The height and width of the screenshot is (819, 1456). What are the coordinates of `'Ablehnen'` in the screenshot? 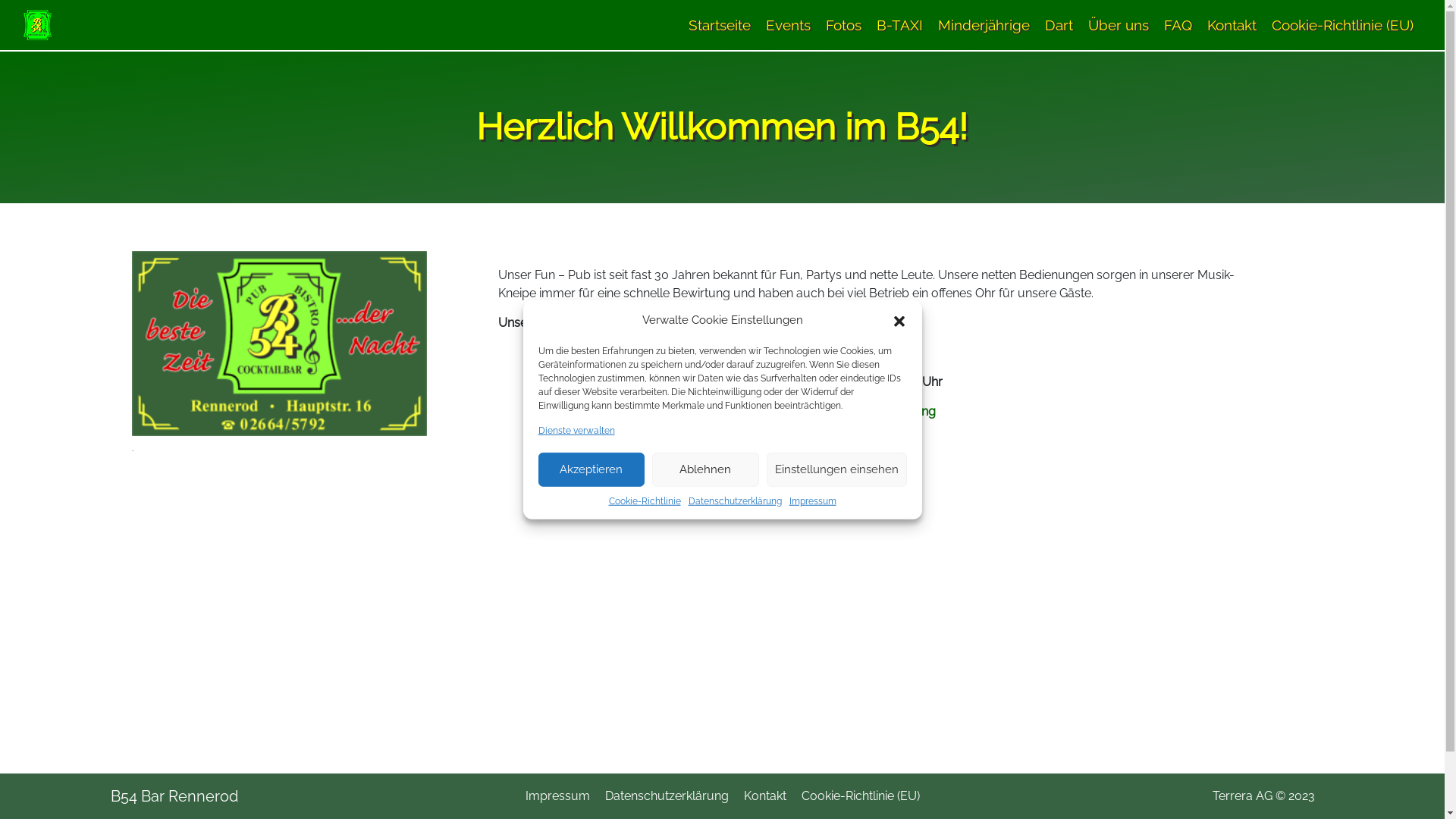 It's located at (704, 468).